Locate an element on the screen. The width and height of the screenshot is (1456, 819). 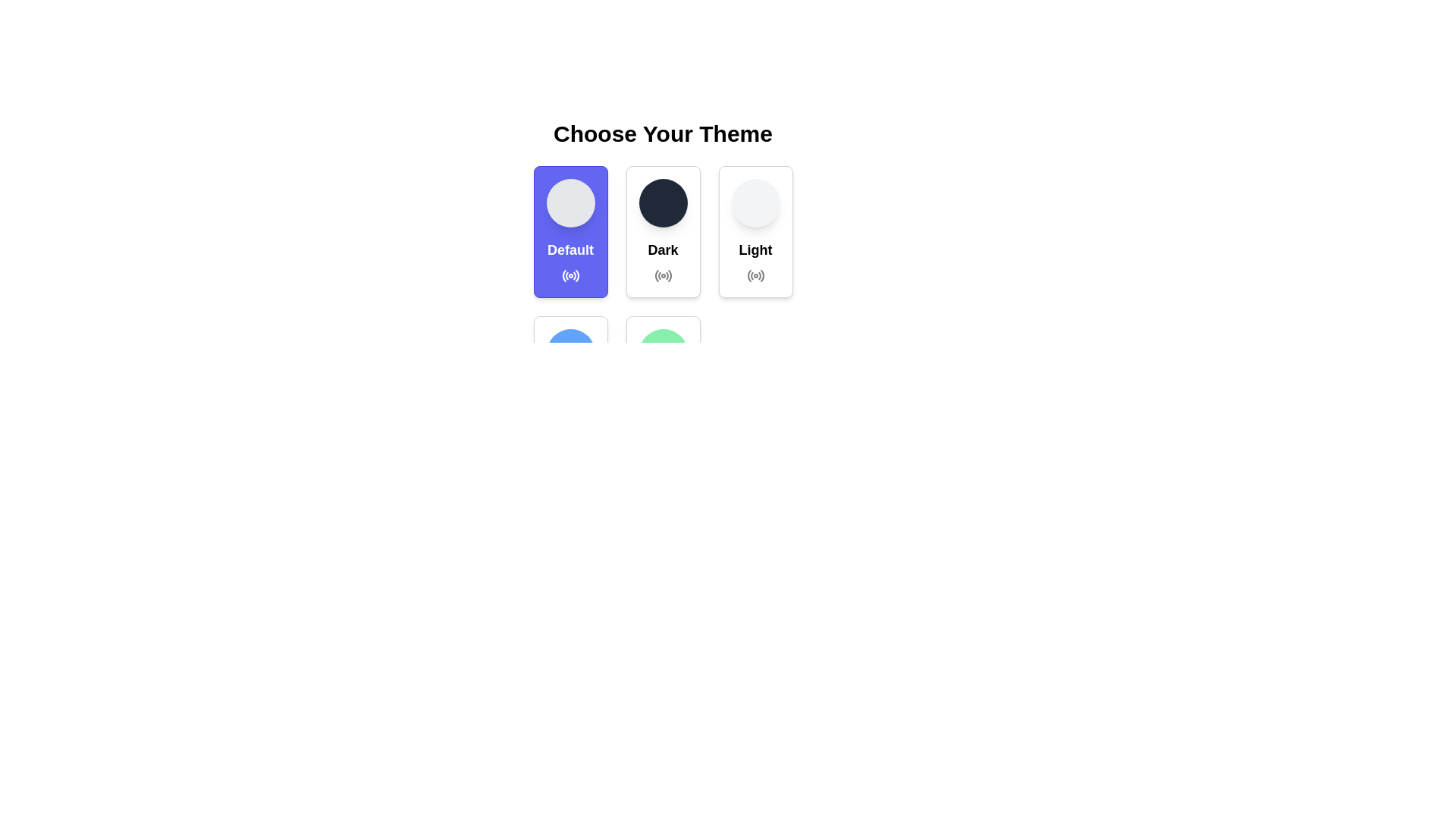
text of the 'Dark' label, which is styled in a bold and larger font within a theme selection card layout, located under a dark circular icon is located at coordinates (663, 249).